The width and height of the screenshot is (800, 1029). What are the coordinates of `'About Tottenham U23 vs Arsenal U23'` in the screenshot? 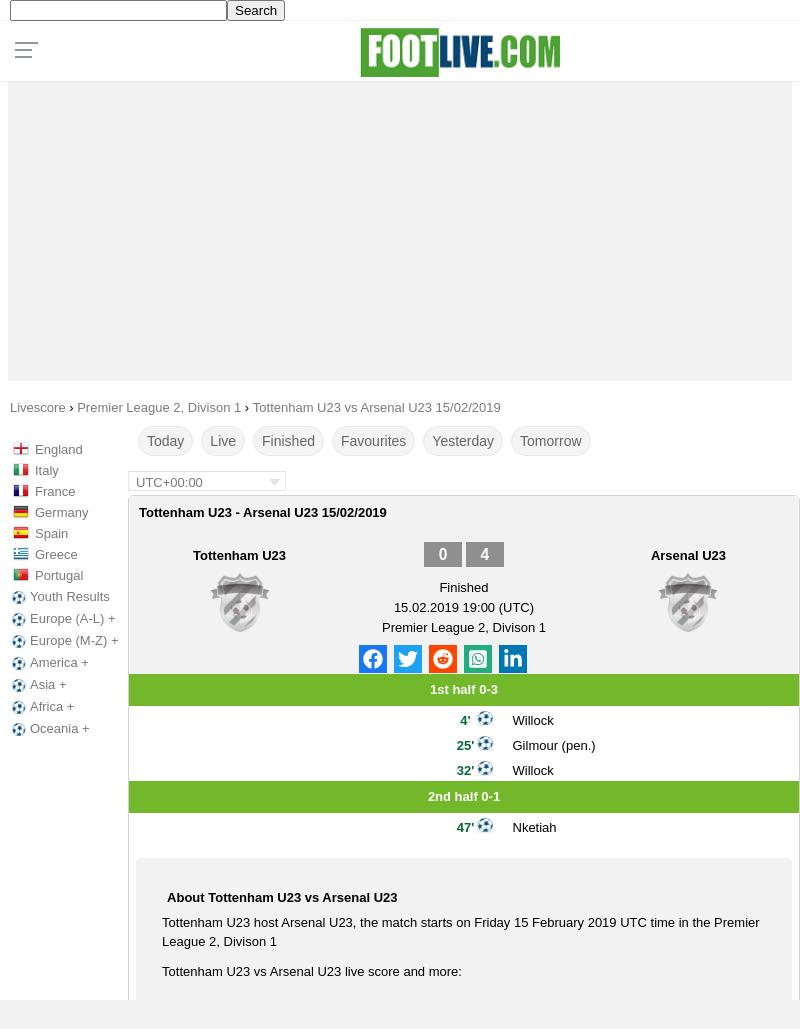 It's located at (282, 897).